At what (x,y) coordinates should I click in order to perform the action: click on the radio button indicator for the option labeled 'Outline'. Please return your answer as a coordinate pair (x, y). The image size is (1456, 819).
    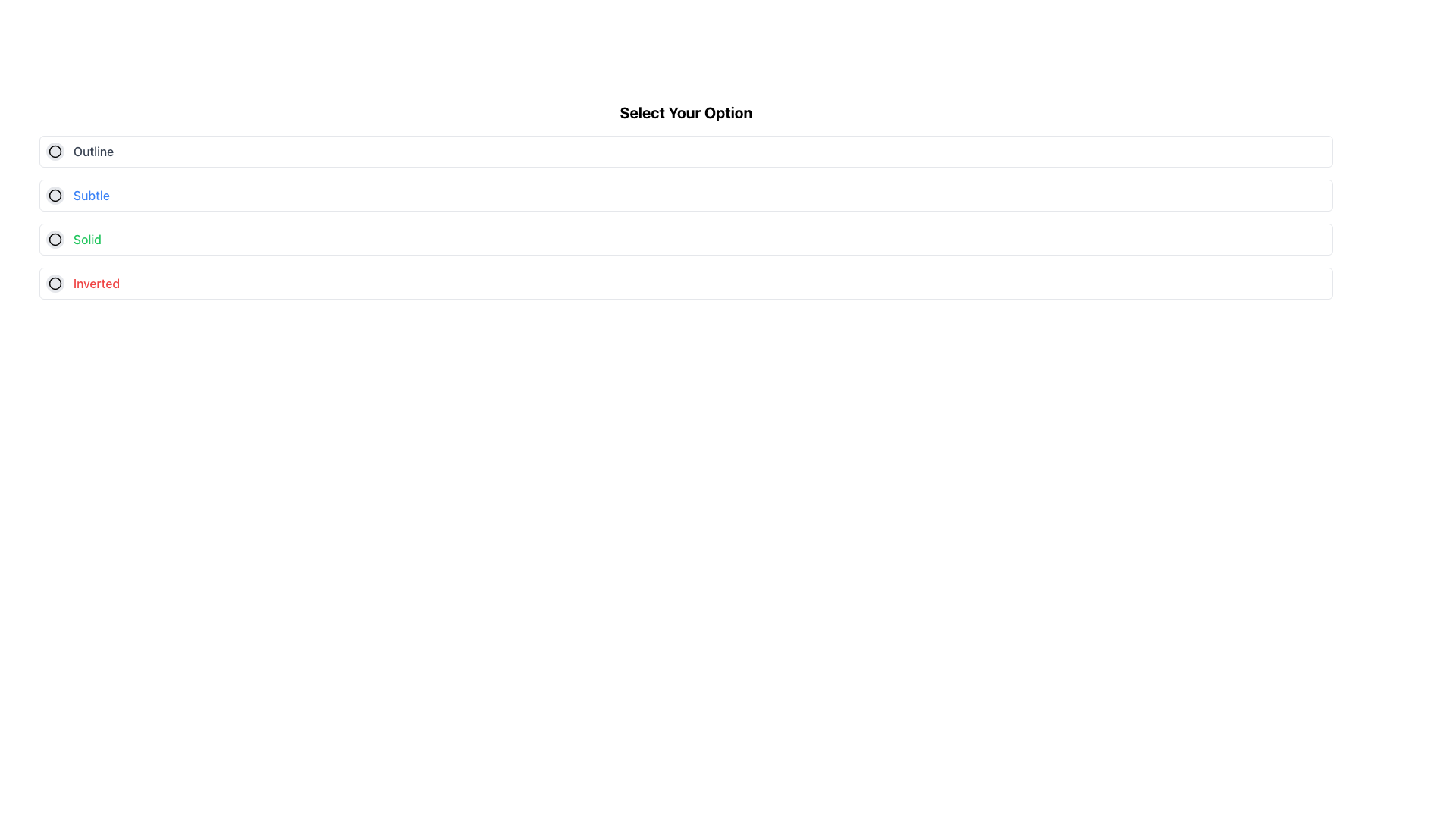
    Looking at the image, I should click on (55, 152).